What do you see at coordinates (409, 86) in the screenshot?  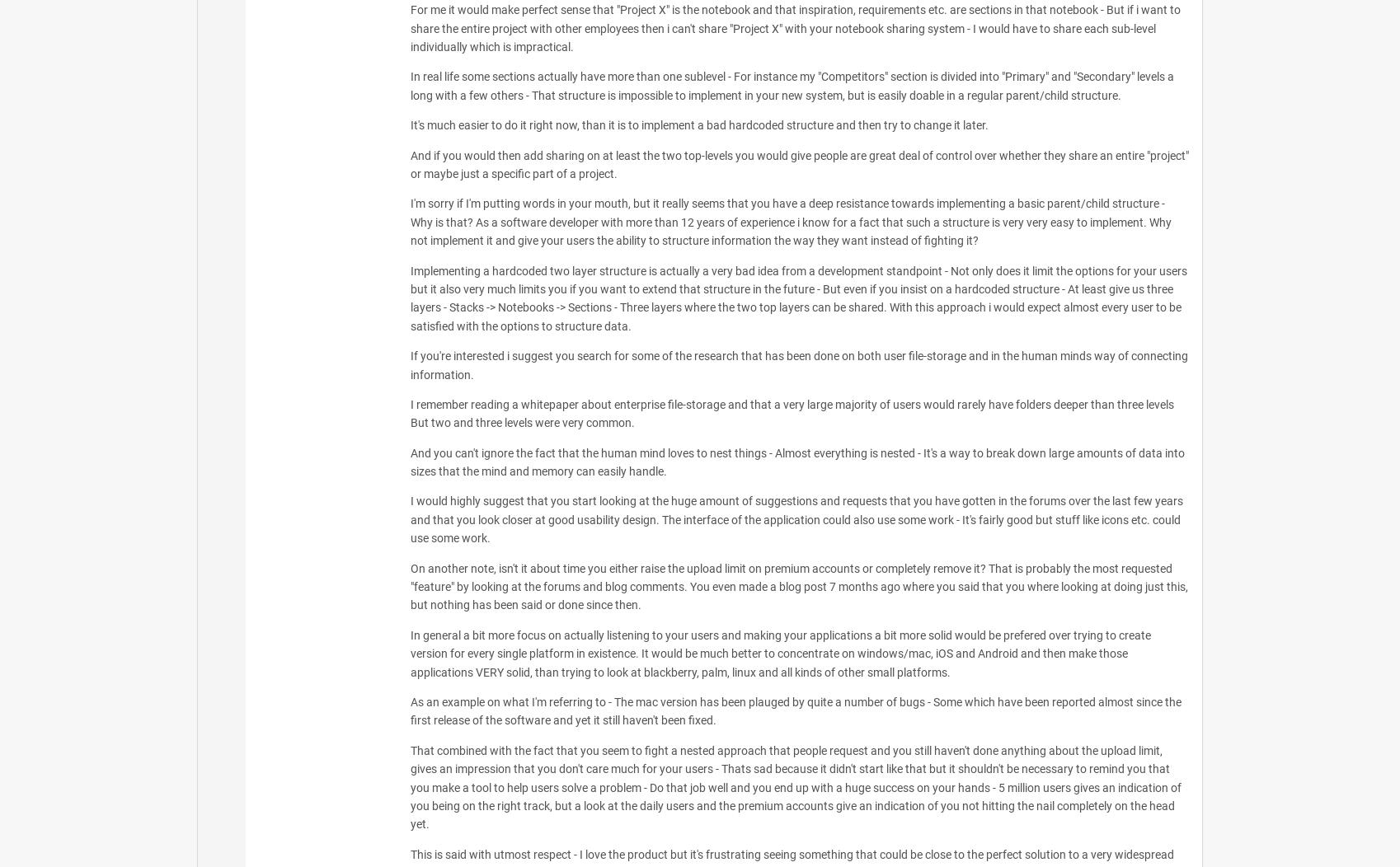 I see `'In real life some sections actually have more than one sublevel - For instance my "Competitors" section is divided into "Primary" and "Secondary" levels a long with a few others - That structure is impossible to implement in your new system, but is easily doable in a regular parent/child structure.'` at bounding box center [409, 86].